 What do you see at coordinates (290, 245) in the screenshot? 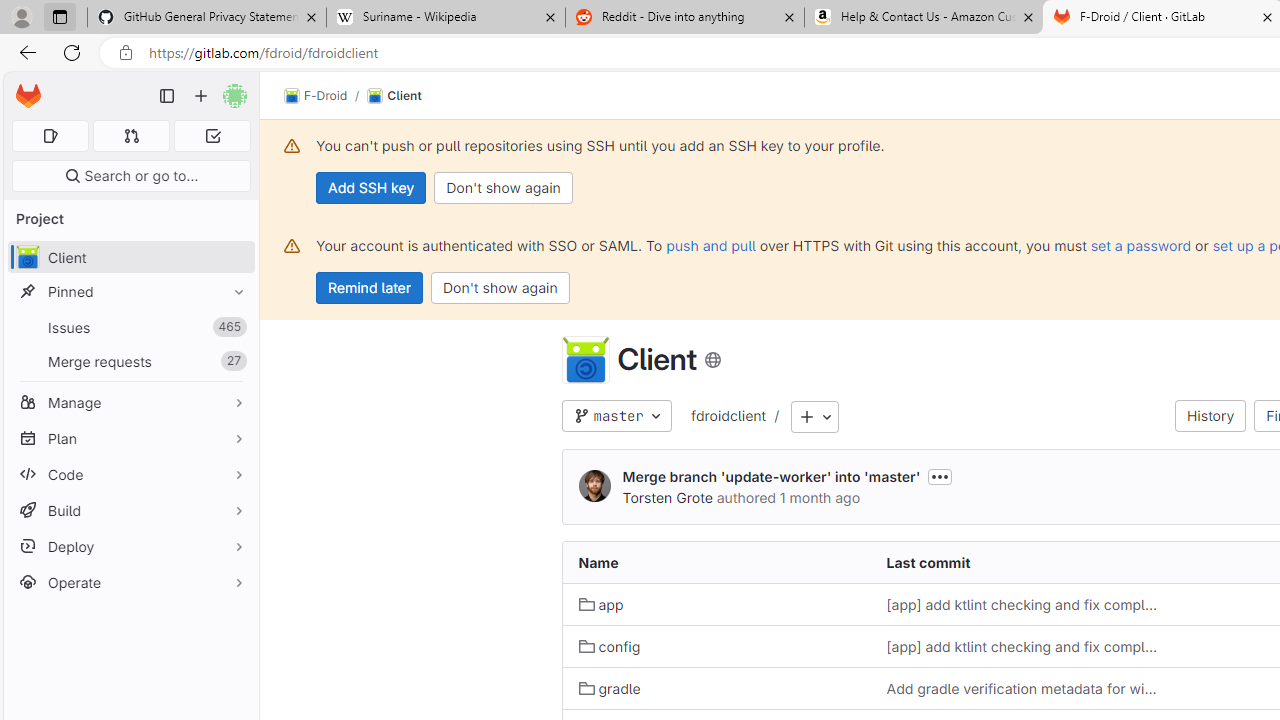
I see `'Class: s16 gl-alert-icon gl-alert-icon-no-title'` at bounding box center [290, 245].